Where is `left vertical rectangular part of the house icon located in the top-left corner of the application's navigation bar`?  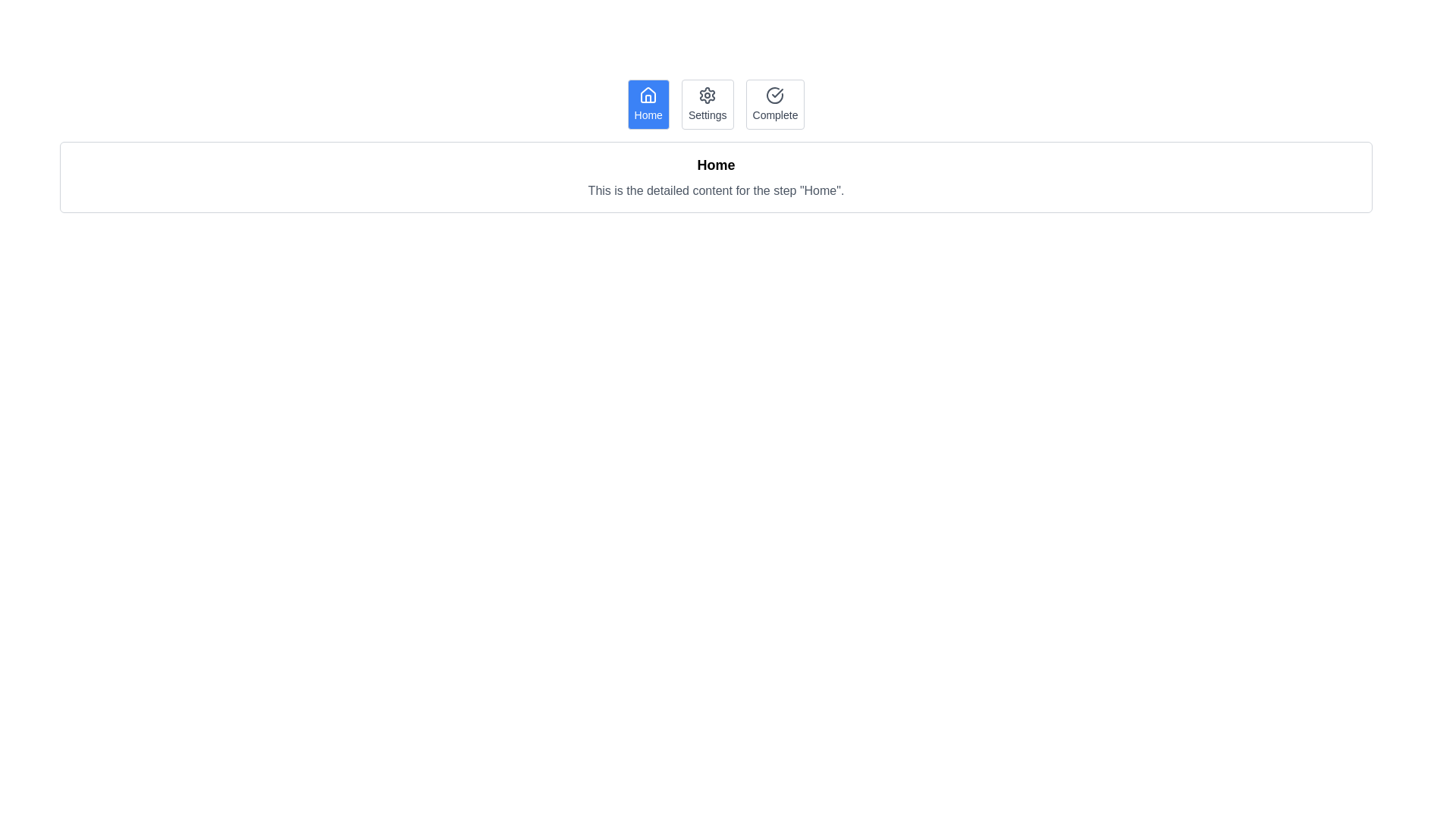 left vertical rectangular part of the house icon located in the top-left corner of the application's navigation bar is located at coordinates (648, 99).